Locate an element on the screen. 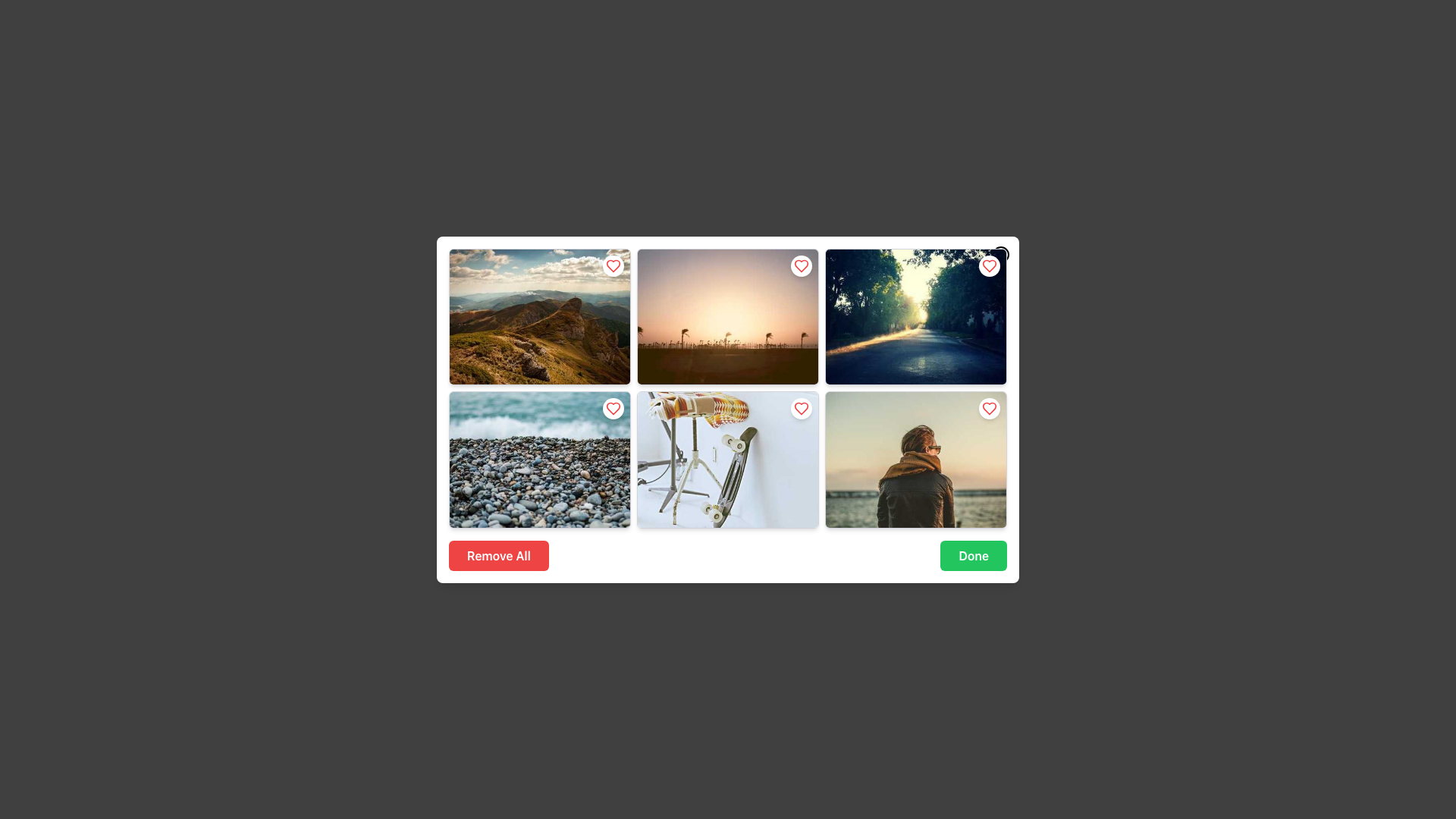  the sunset image with silhouettes of trees and a fence, which is the top image in the central column of a three-column grid is located at coordinates (728, 315).